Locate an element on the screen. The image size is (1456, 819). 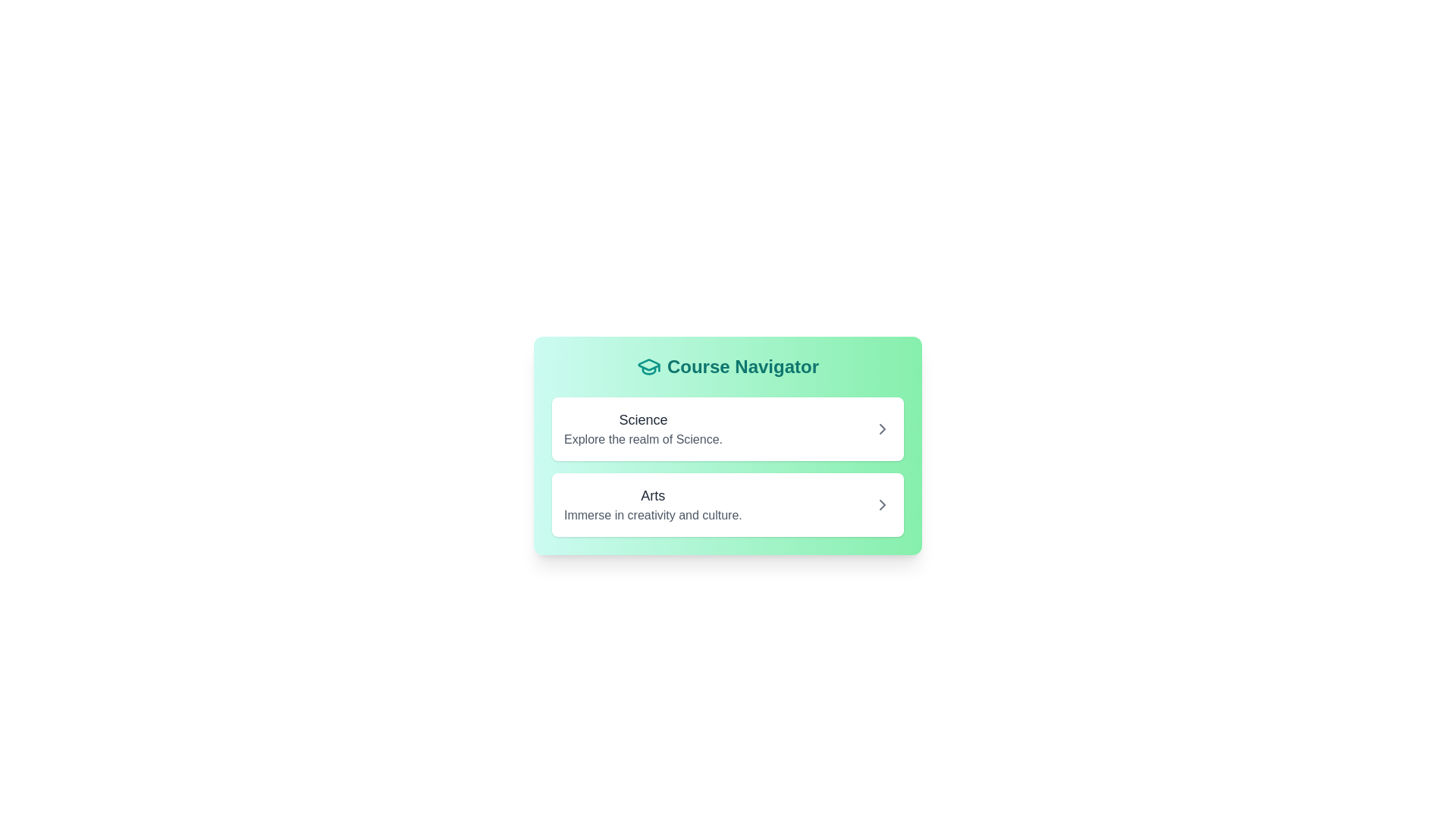
the chevron icon located at the far-right end of the 'Science: Explore the realm of Science' section is located at coordinates (882, 429).